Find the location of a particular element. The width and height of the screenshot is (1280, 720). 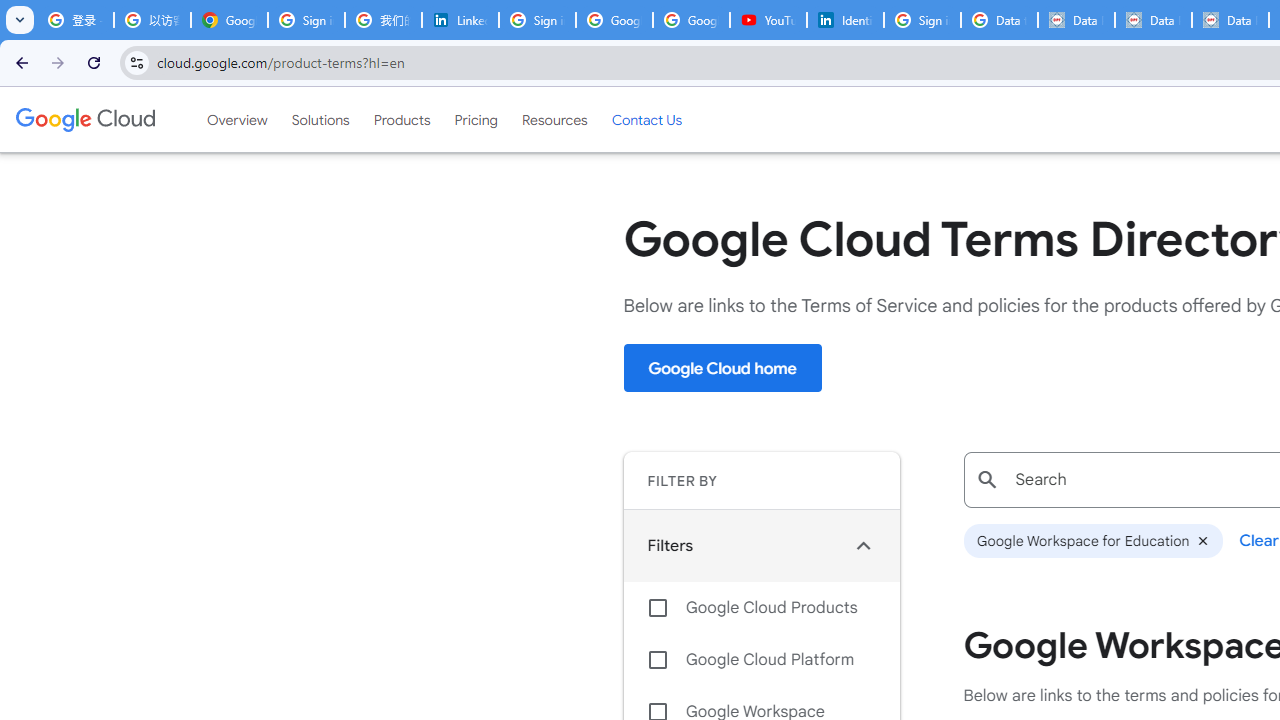

'Sign in - Google Accounts' is located at coordinates (305, 20).